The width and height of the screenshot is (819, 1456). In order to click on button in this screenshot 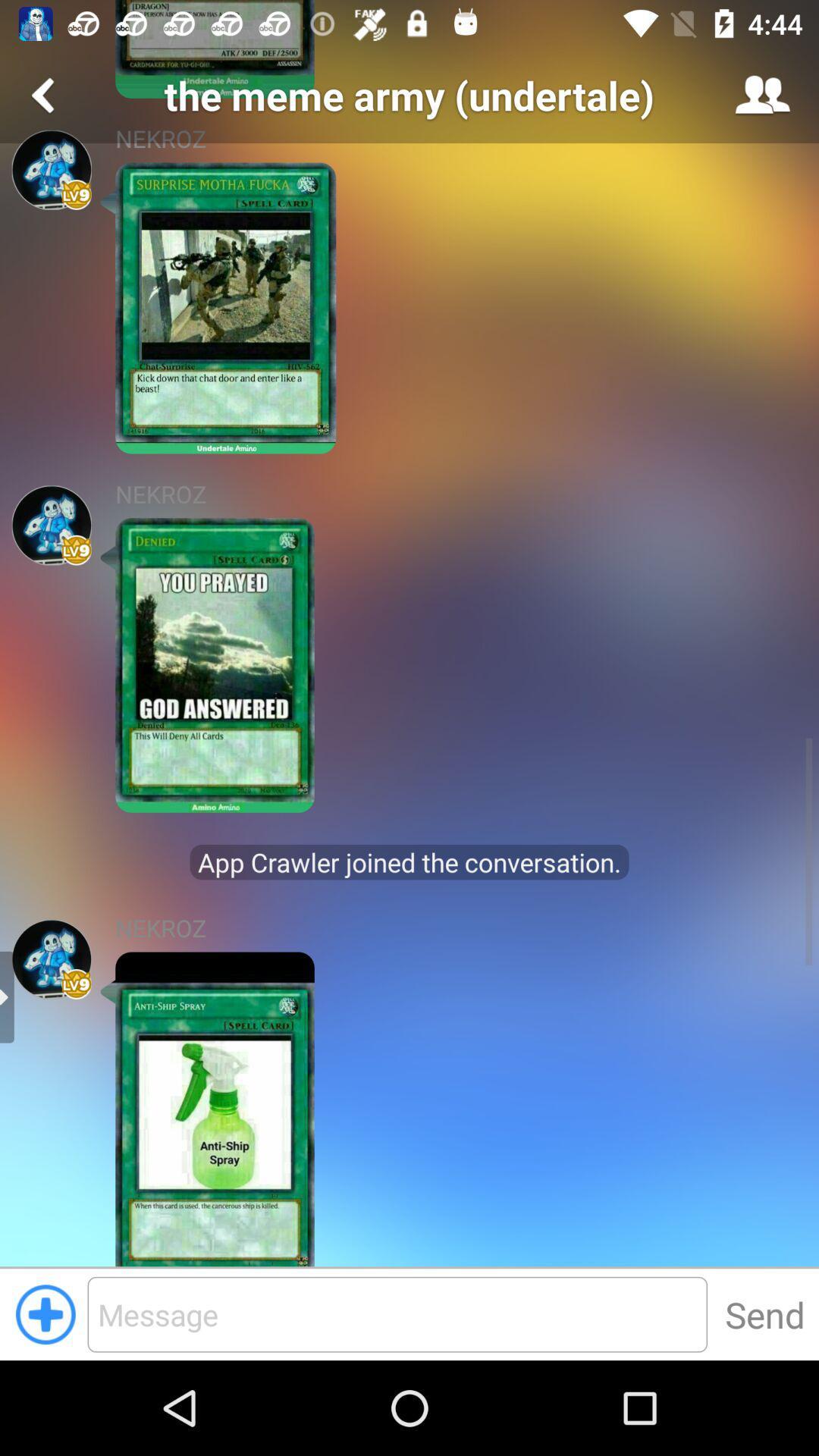, I will do `click(45, 1313)`.